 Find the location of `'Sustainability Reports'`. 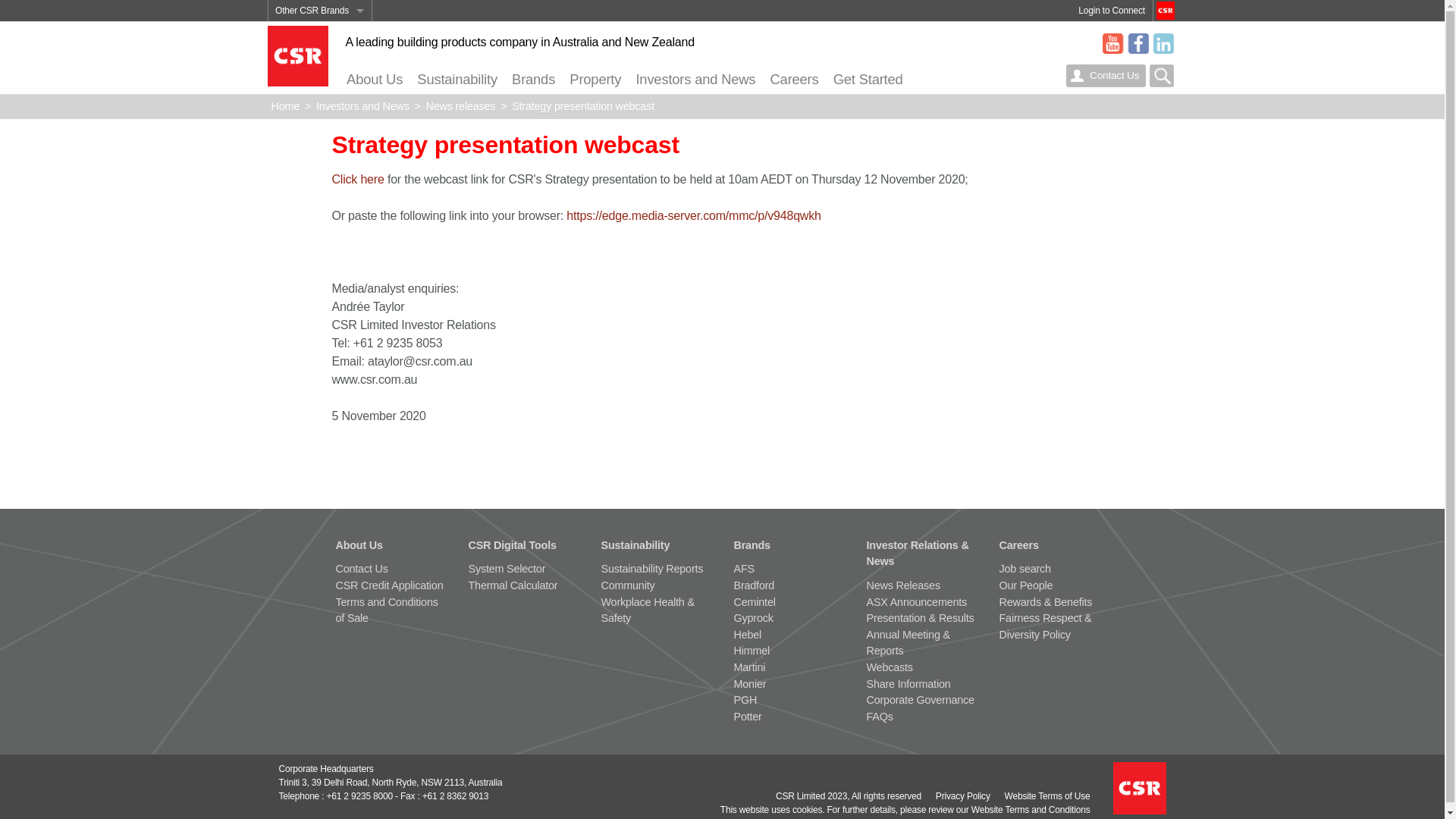

'Sustainability Reports' is located at coordinates (651, 568).